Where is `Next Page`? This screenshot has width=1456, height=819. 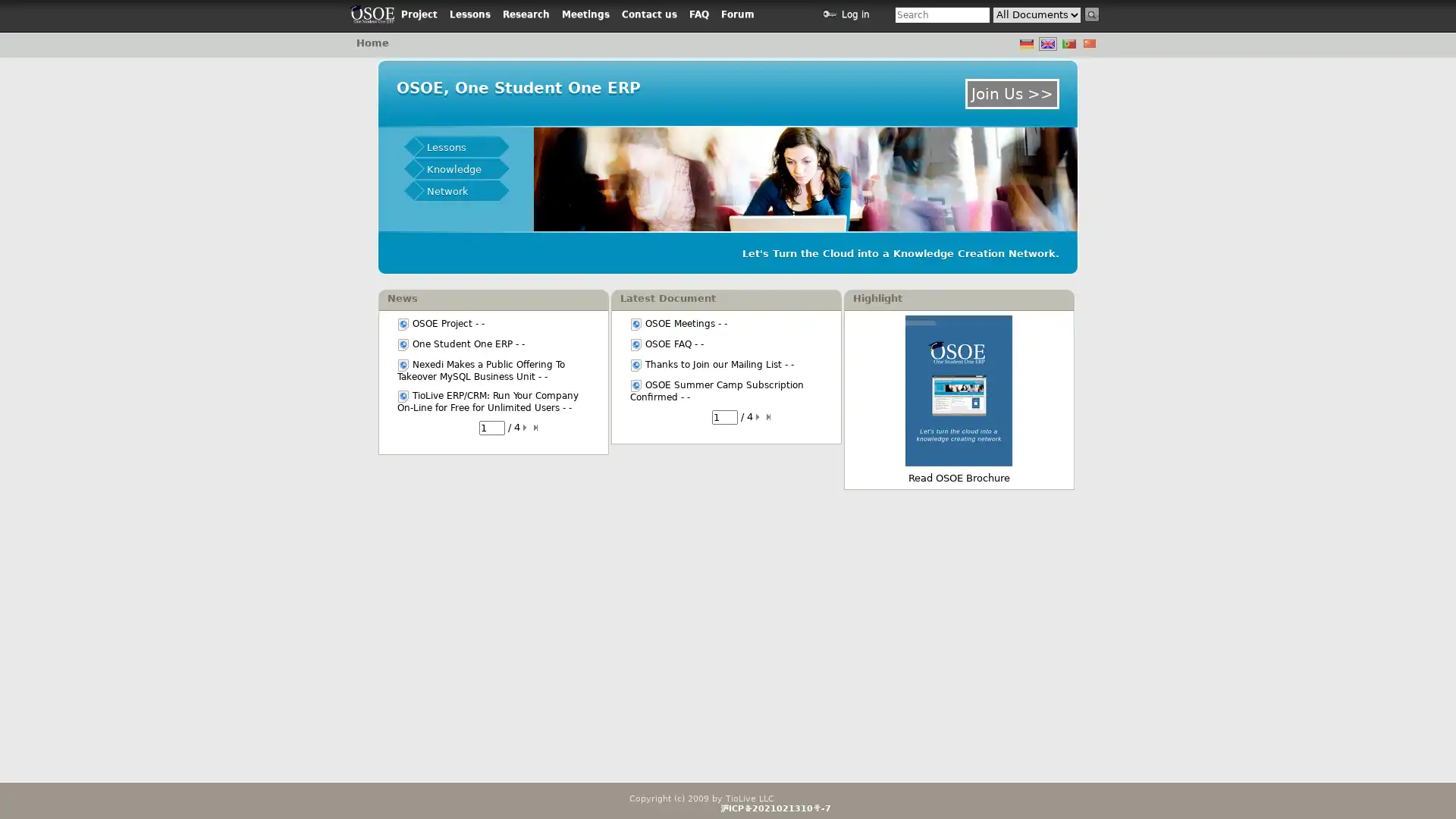
Next Page is located at coordinates (527, 427).